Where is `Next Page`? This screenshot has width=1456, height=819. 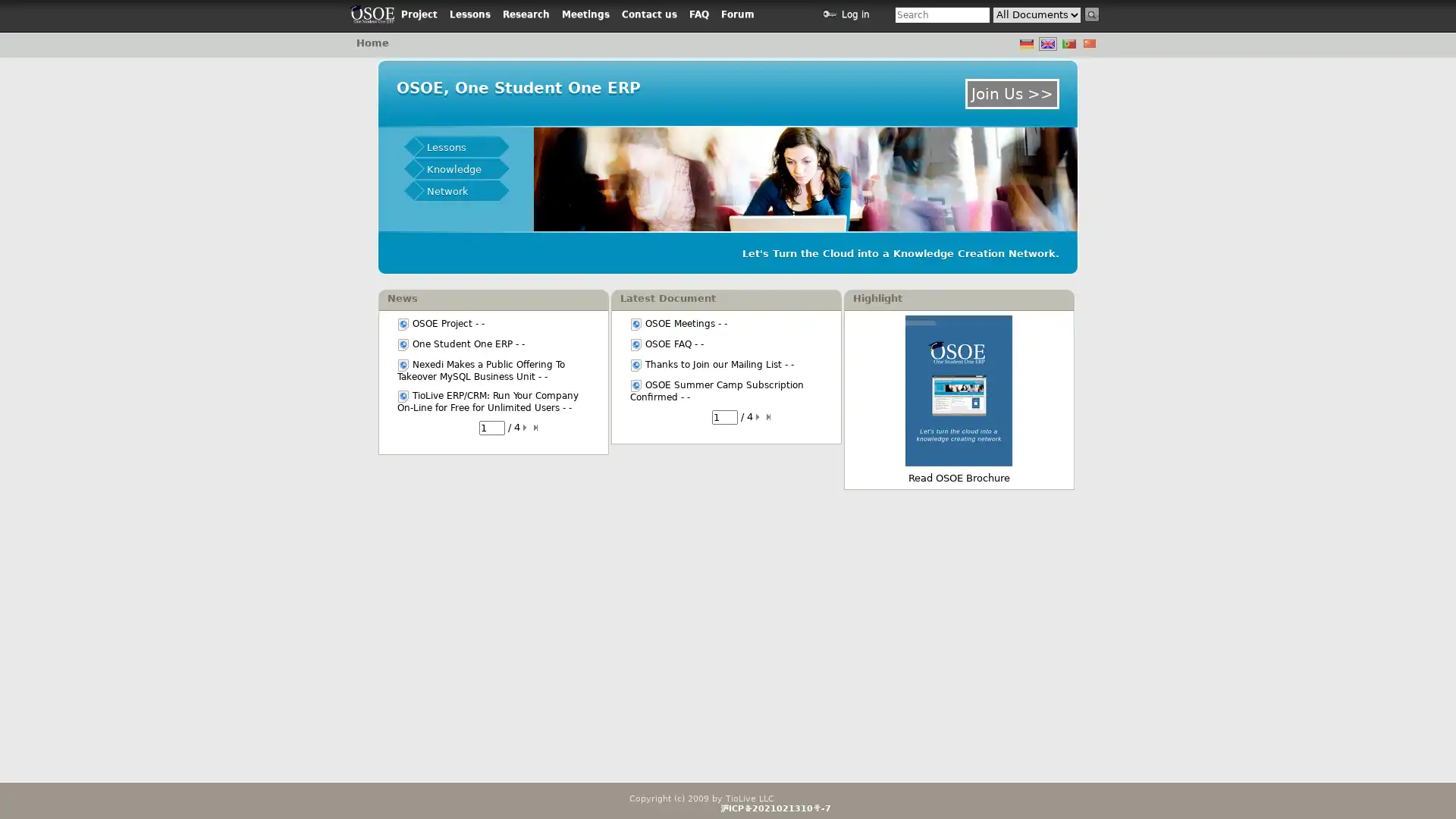
Next Page is located at coordinates (527, 427).